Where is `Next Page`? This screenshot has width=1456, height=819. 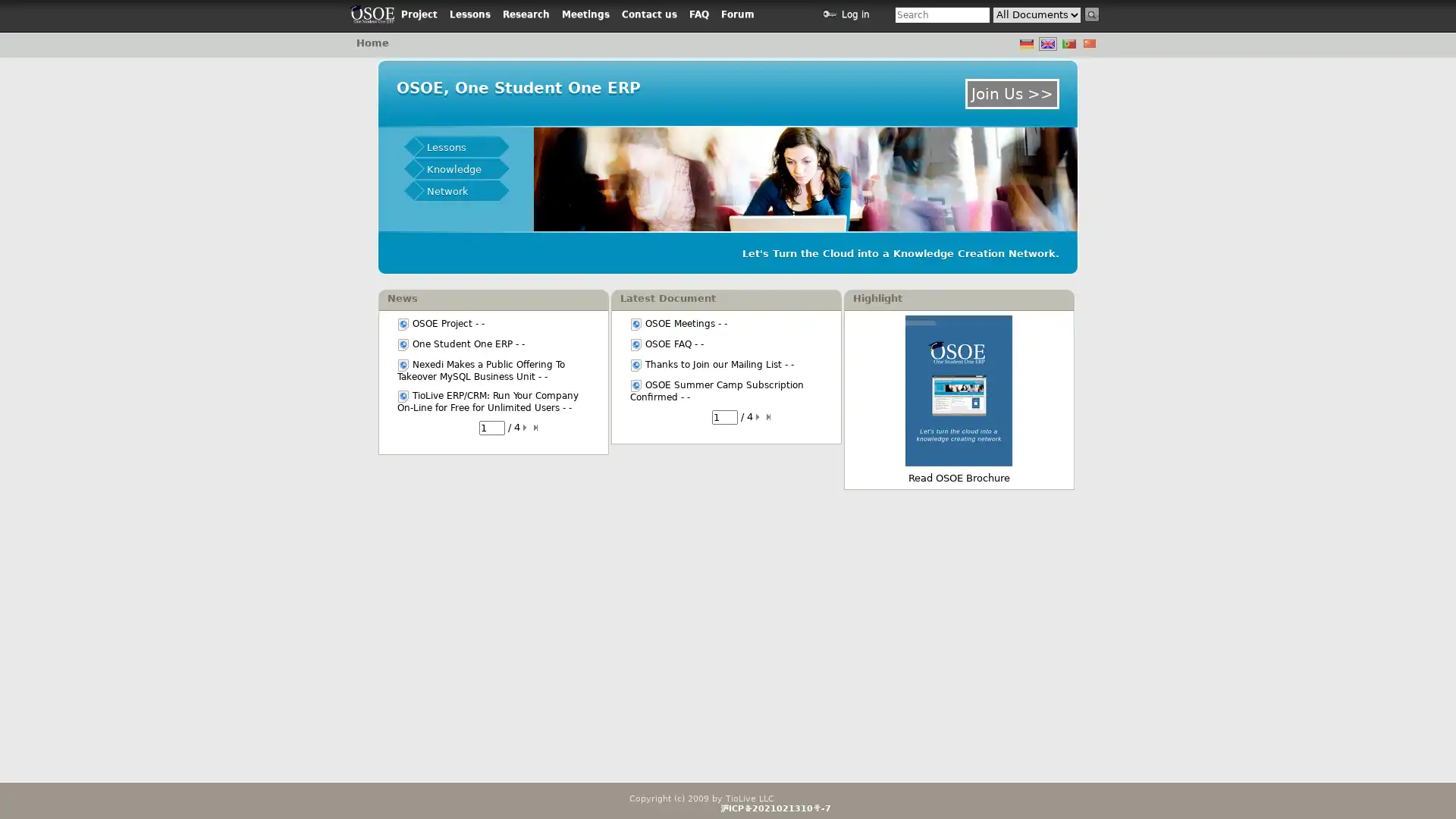
Next Page is located at coordinates (527, 427).